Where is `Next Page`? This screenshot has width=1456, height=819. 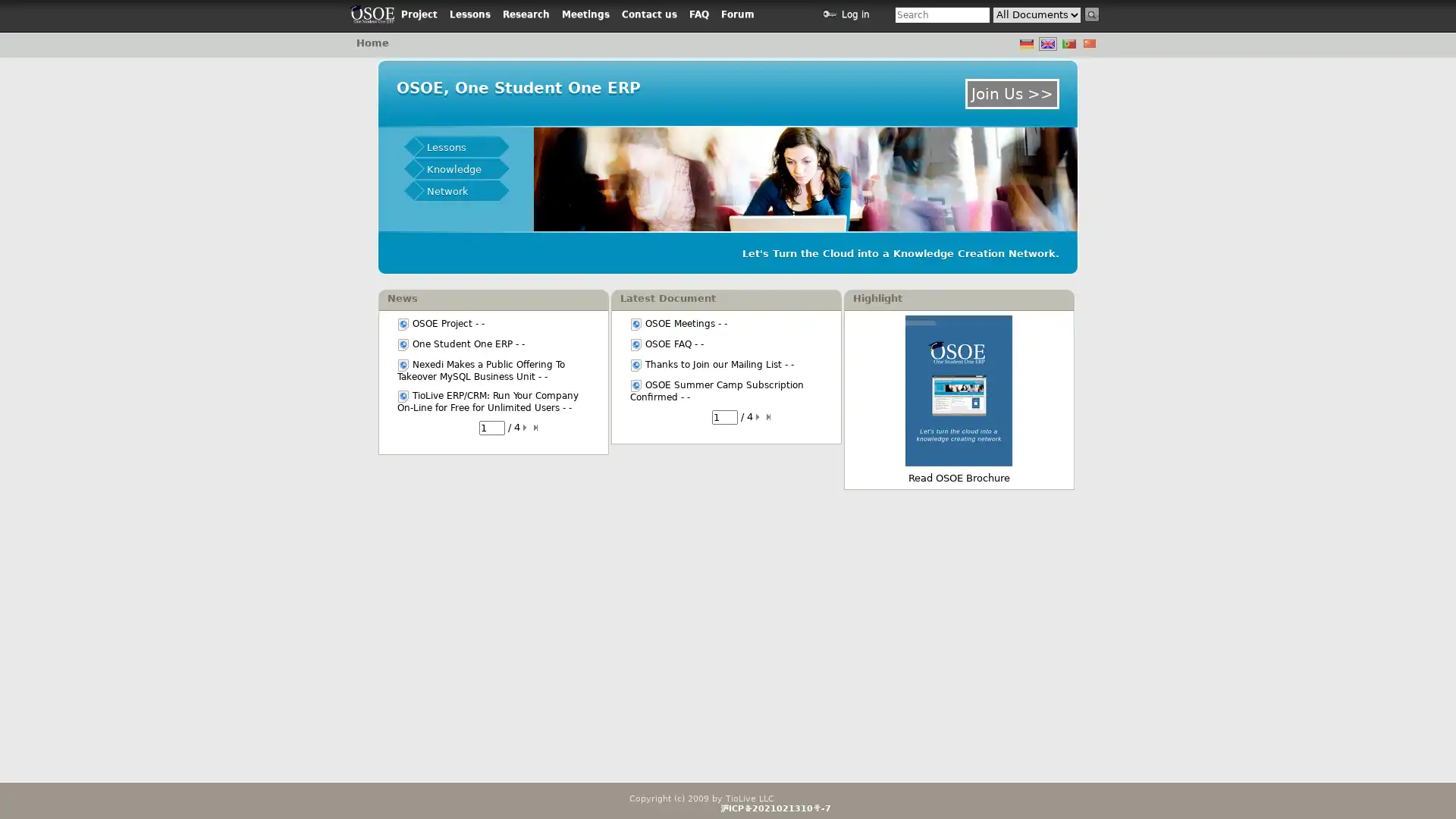
Next Page is located at coordinates (527, 427).